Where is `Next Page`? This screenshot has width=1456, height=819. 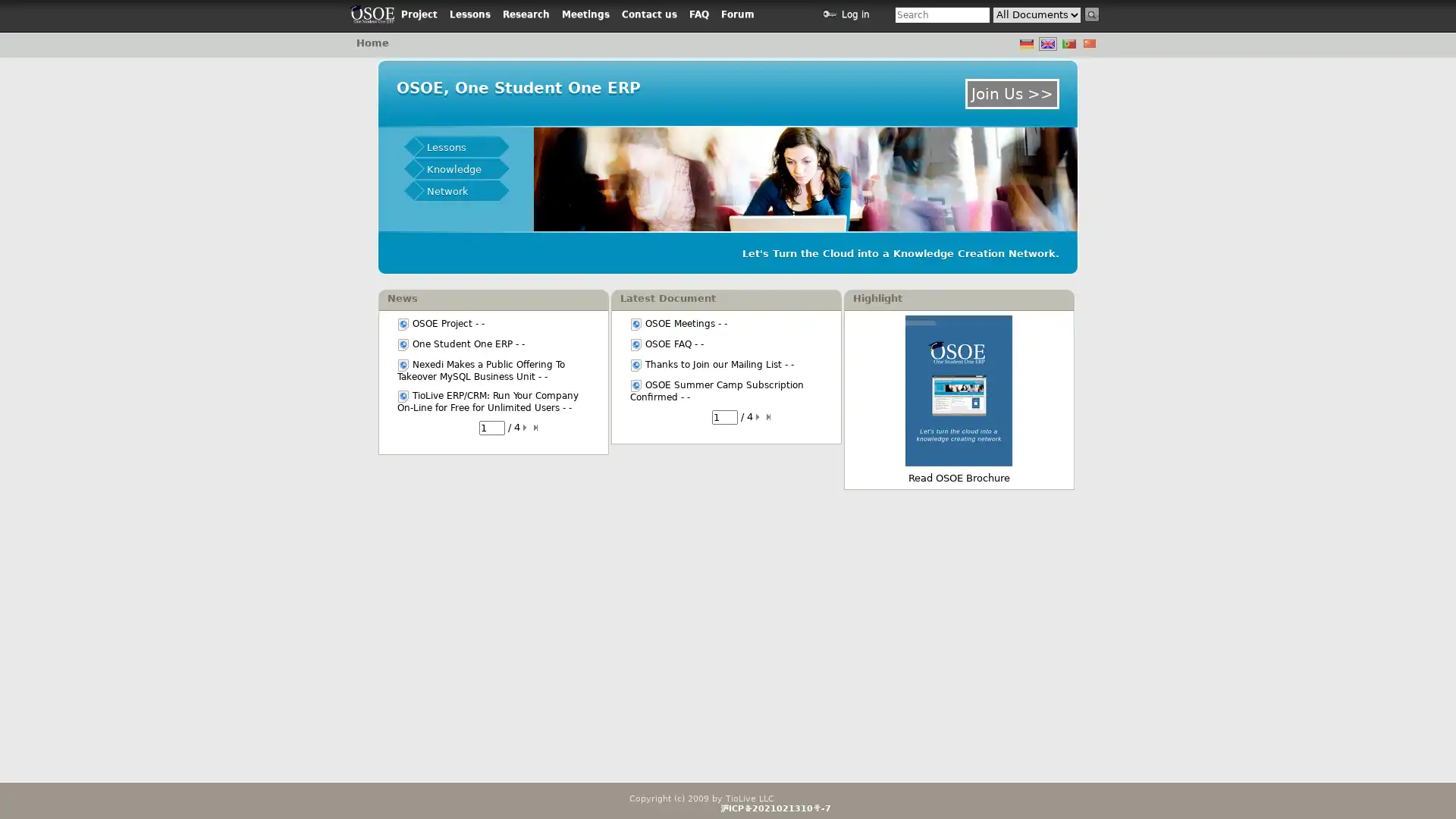
Next Page is located at coordinates (527, 427).